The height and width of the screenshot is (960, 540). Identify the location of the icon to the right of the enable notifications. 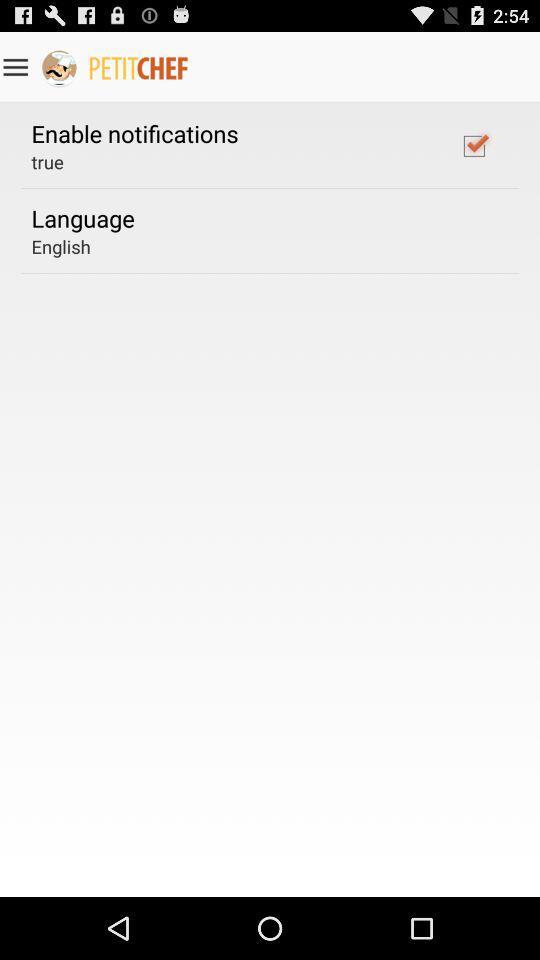
(473, 144).